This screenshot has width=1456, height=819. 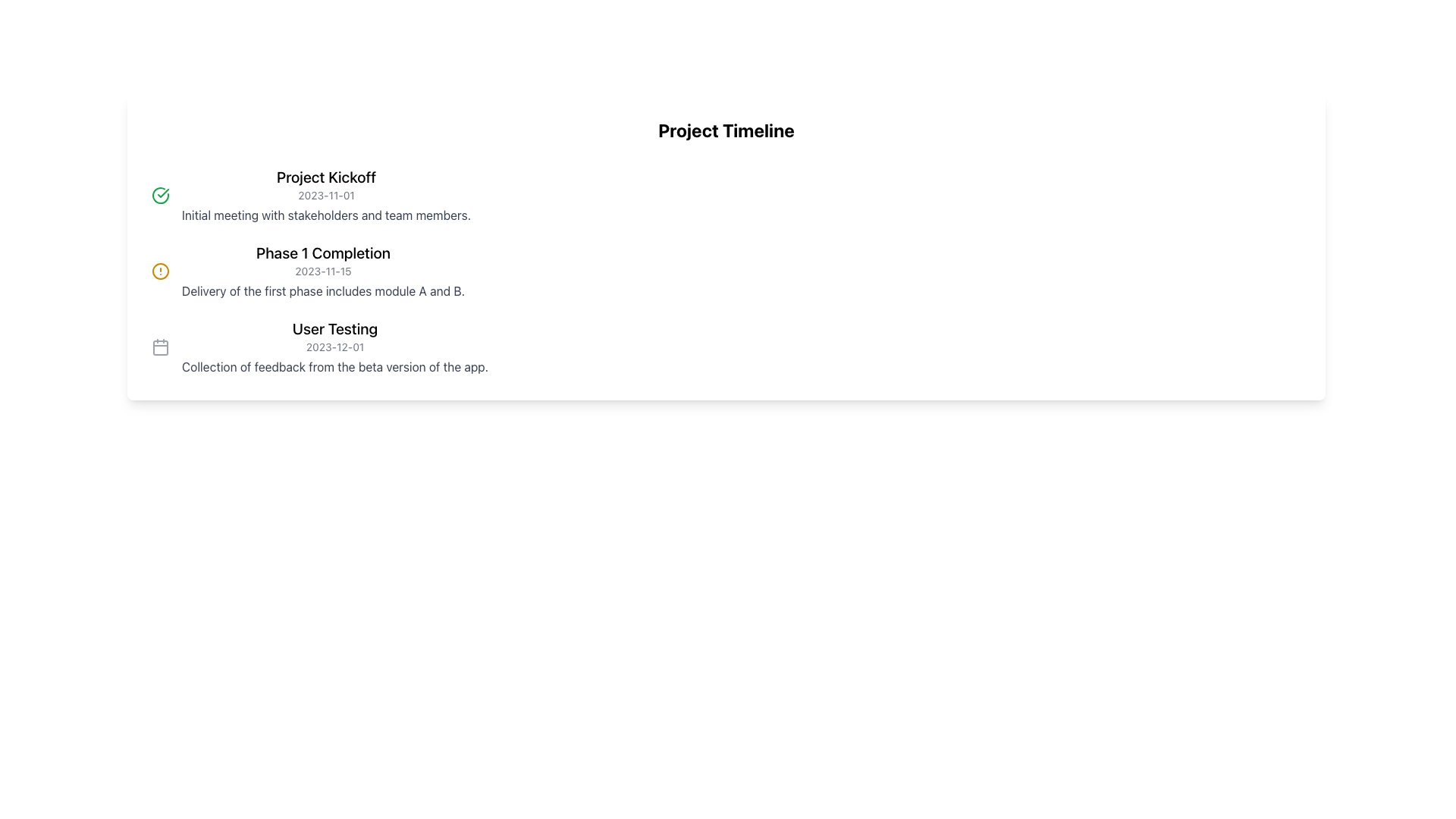 What do you see at coordinates (322, 253) in the screenshot?
I see `the text label that reads 'Phase 1 Completion', which is prominently styled in large bold font within the project timeline` at bounding box center [322, 253].